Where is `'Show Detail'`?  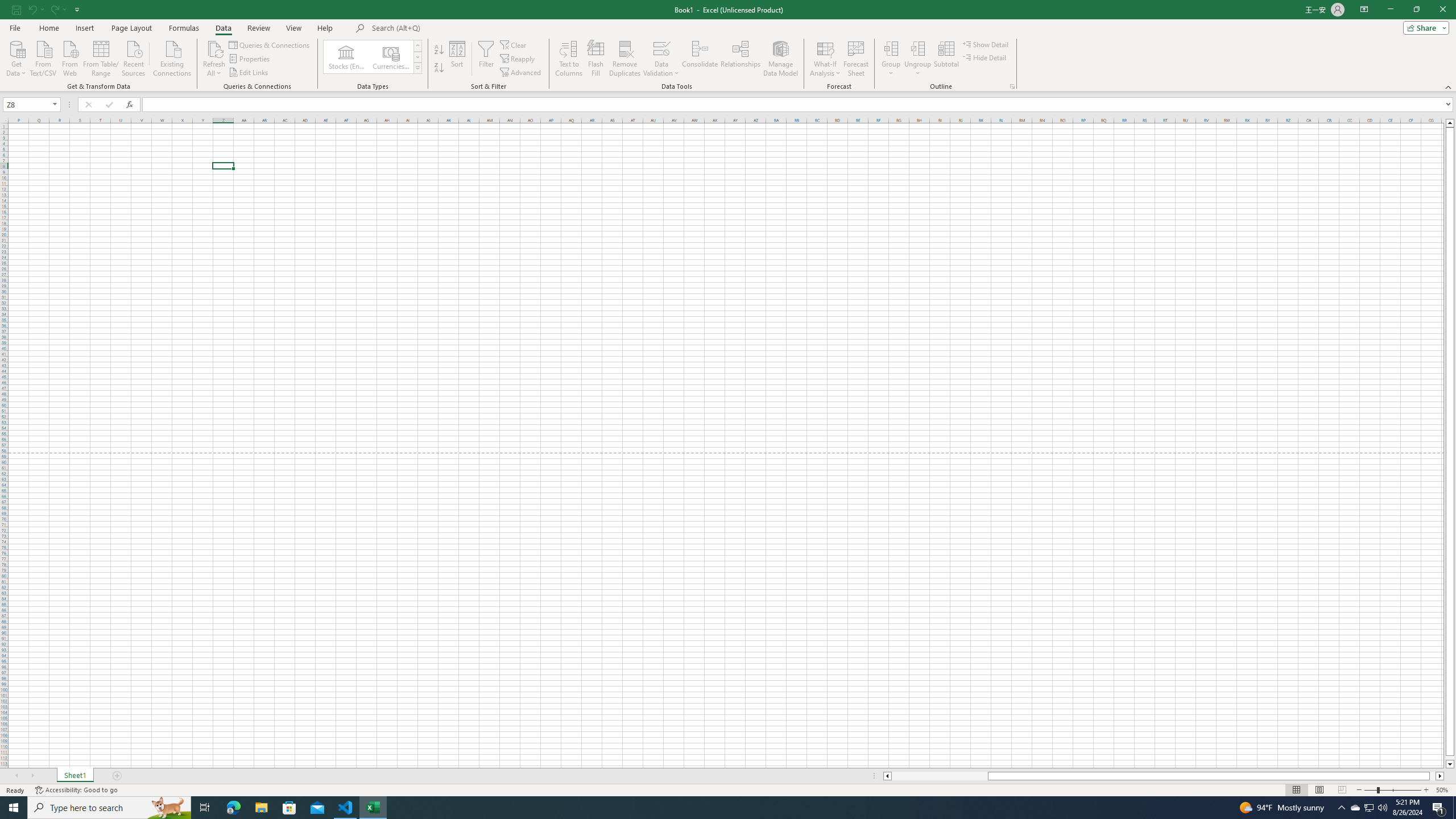
'Show Detail' is located at coordinates (986, 44).